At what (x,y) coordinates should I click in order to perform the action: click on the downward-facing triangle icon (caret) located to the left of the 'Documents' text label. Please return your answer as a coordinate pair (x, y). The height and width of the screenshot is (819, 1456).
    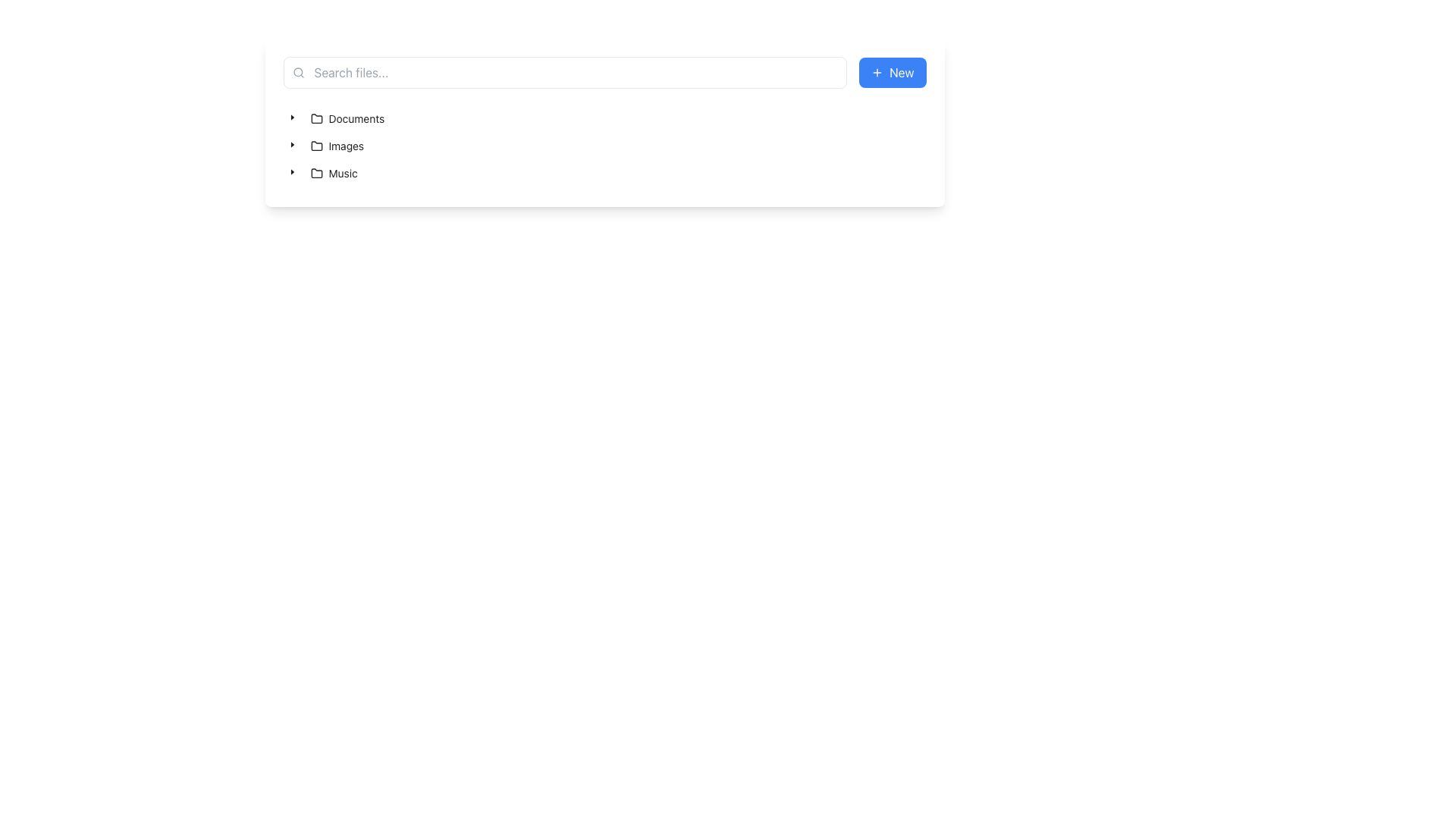
    Looking at the image, I should click on (292, 117).